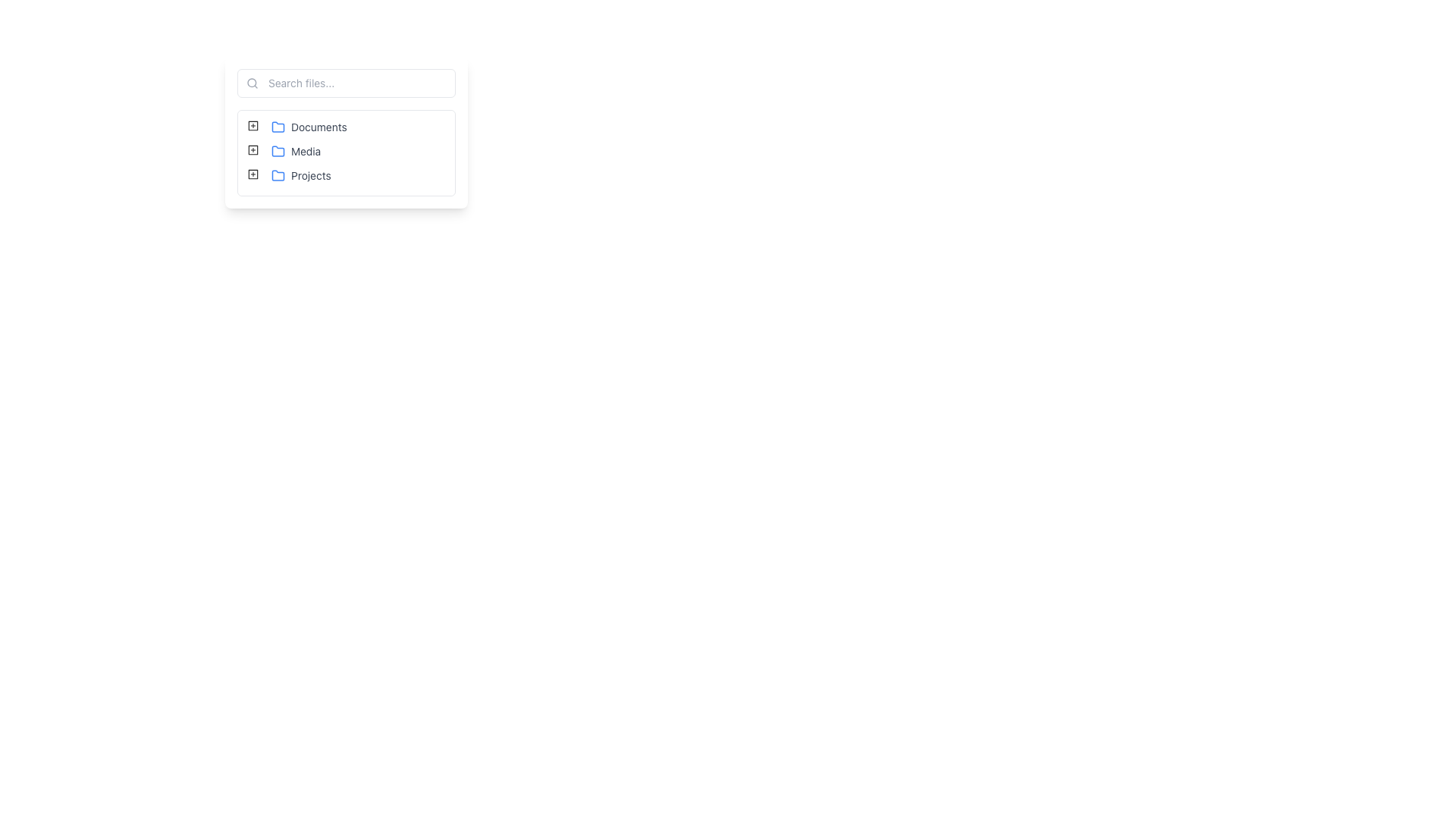  Describe the element at coordinates (290, 174) in the screenshot. I see `to select the 'Projects' tree item, which is styled as a list item with a blue folder icon and is the third item in the vertical list` at that location.